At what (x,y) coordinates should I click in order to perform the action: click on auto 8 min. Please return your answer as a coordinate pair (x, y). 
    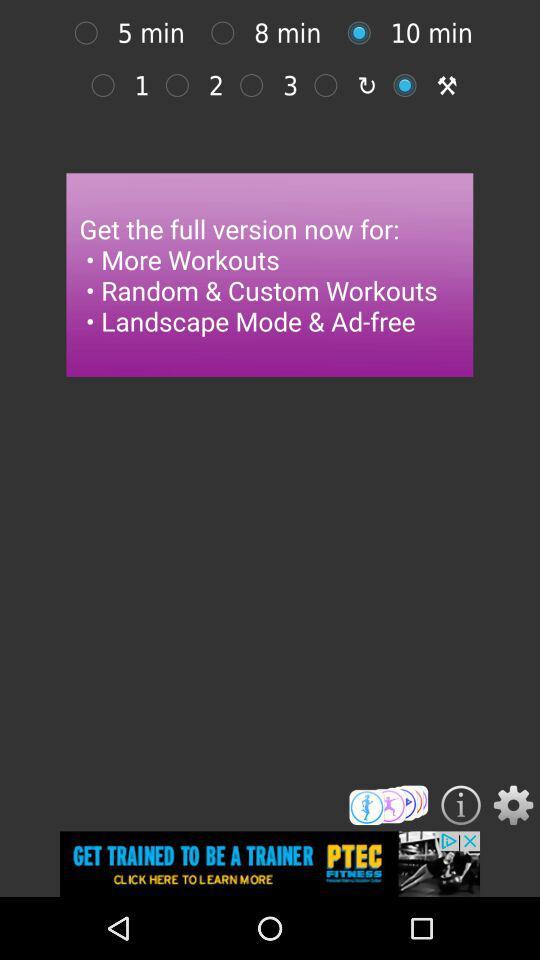
    Looking at the image, I should click on (226, 32).